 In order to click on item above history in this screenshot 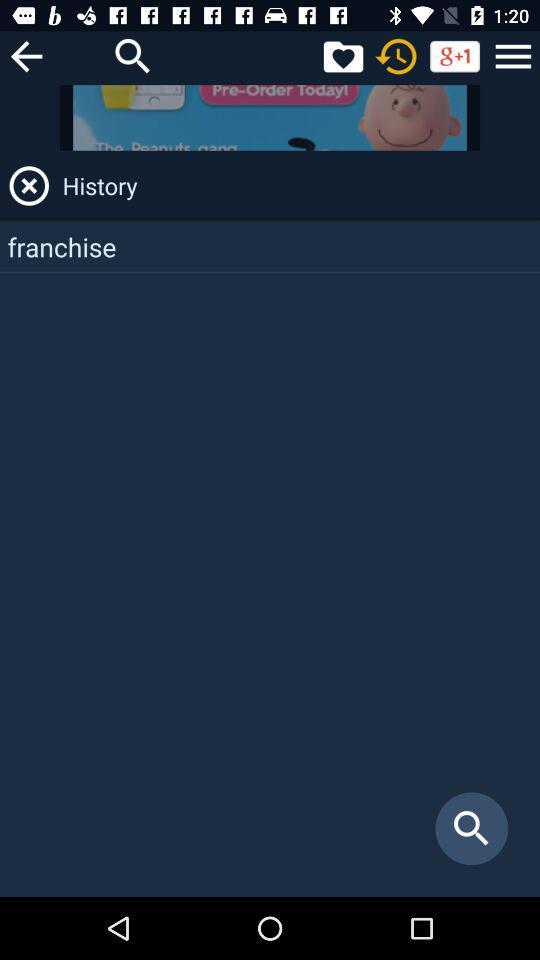, I will do `click(513, 55)`.